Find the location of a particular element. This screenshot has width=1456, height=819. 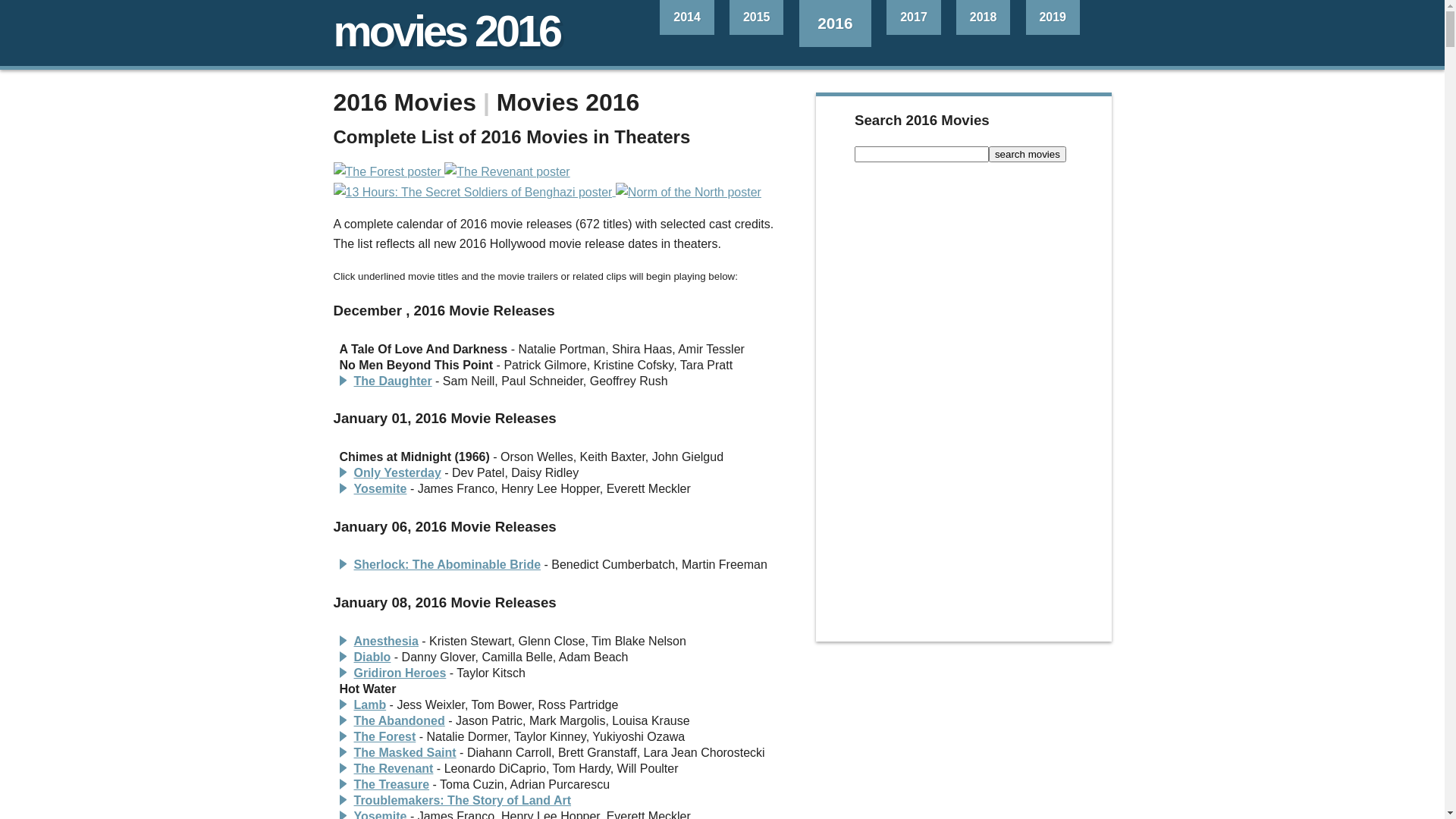

'2016' is located at coordinates (835, 23).